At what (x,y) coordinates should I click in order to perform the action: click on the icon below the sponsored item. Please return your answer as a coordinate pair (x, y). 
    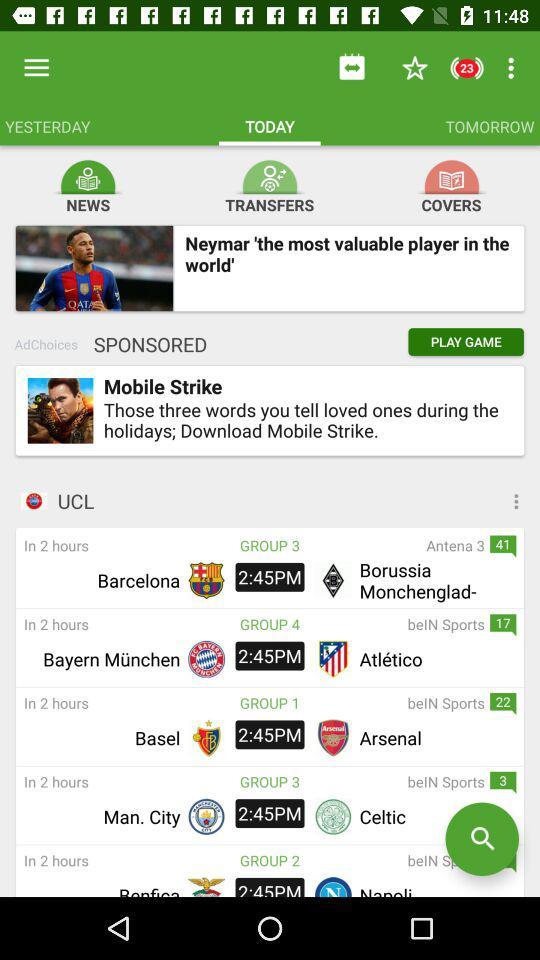
    Looking at the image, I should click on (60, 409).